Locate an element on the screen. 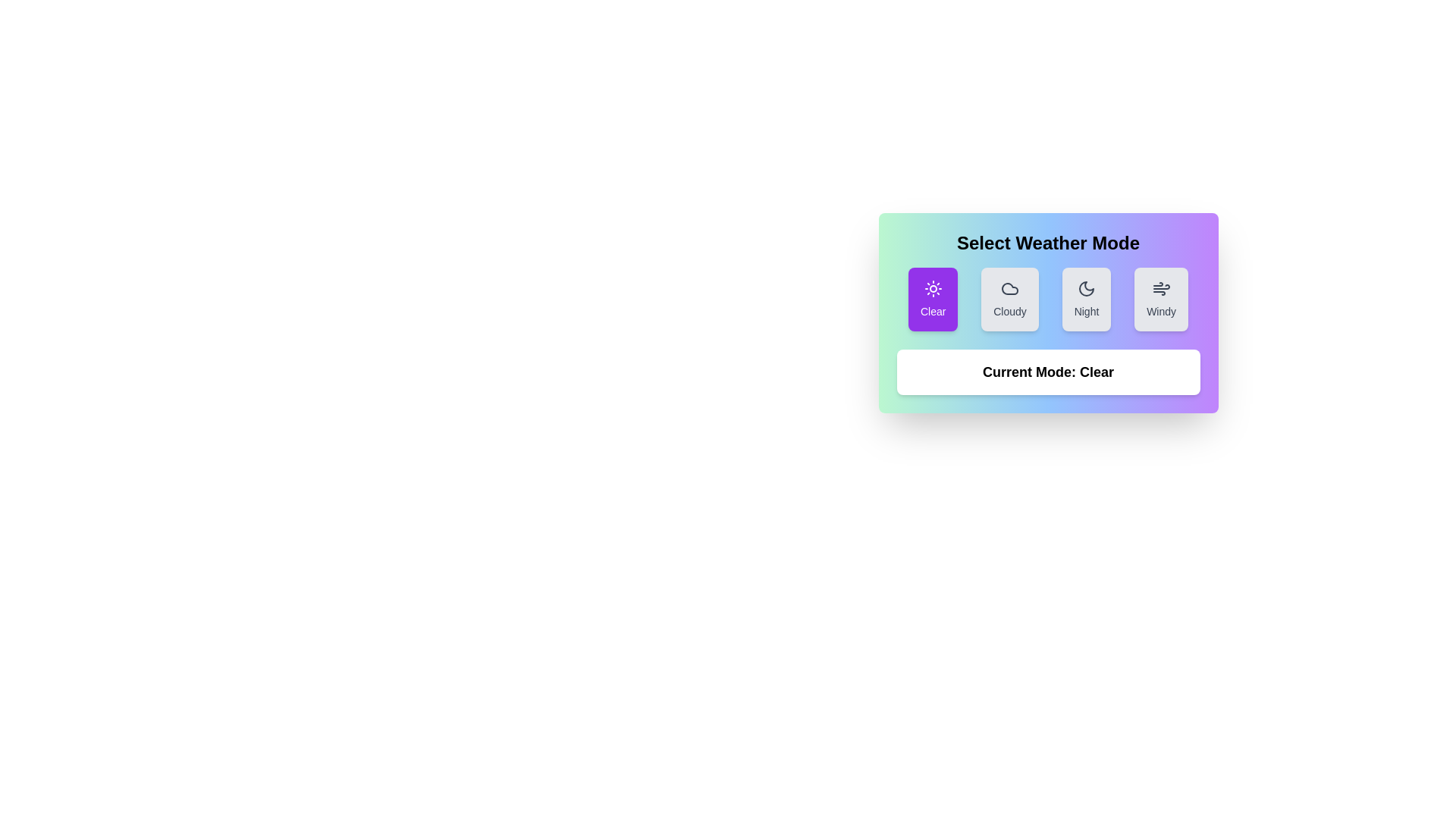 The height and width of the screenshot is (819, 1456). the 'Clear' button located on the left side of a horizontal row of weather mode buttons is located at coordinates (931, 299).